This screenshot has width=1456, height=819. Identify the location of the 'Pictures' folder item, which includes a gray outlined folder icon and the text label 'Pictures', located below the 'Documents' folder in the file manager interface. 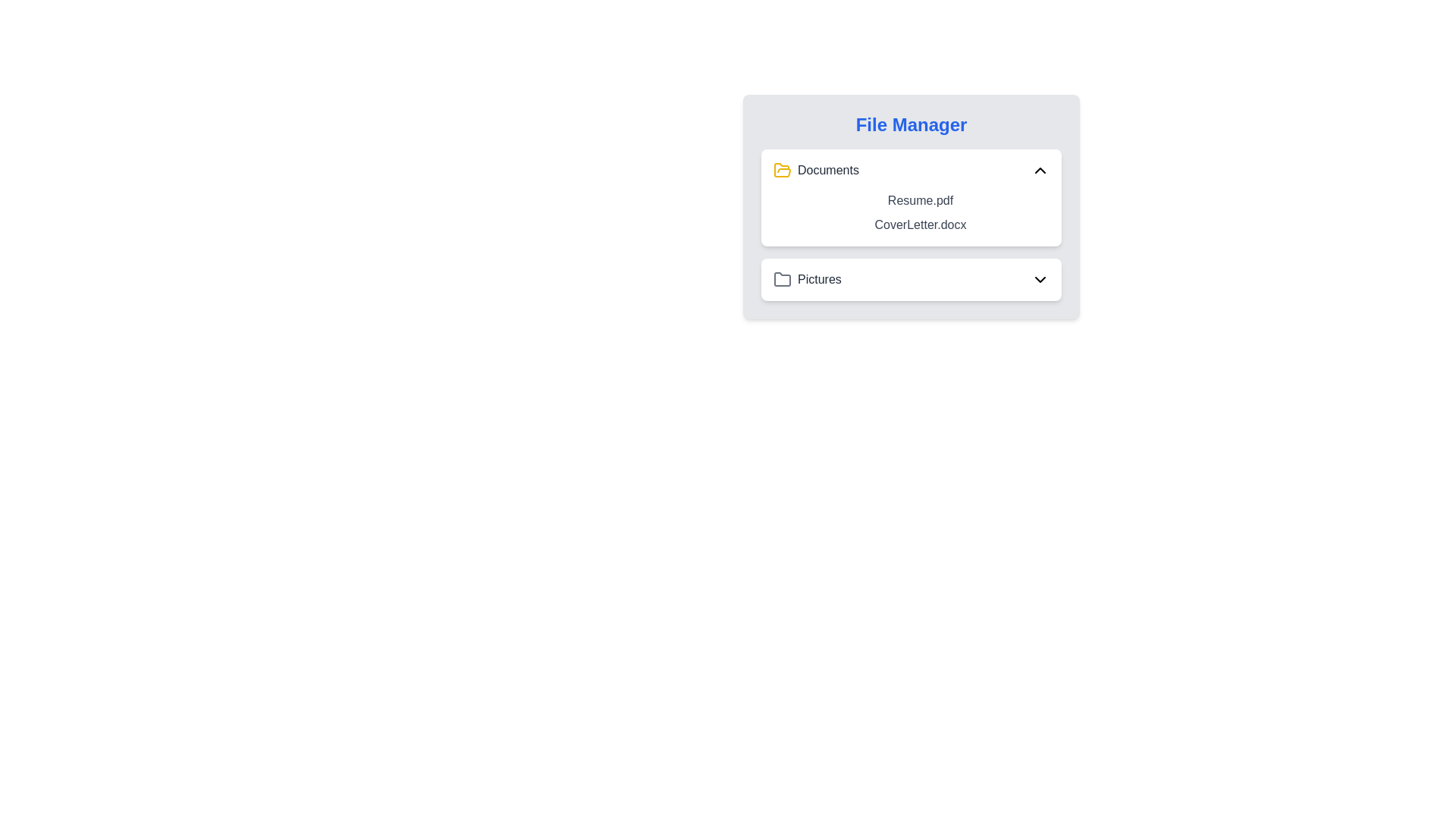
(806, 280).